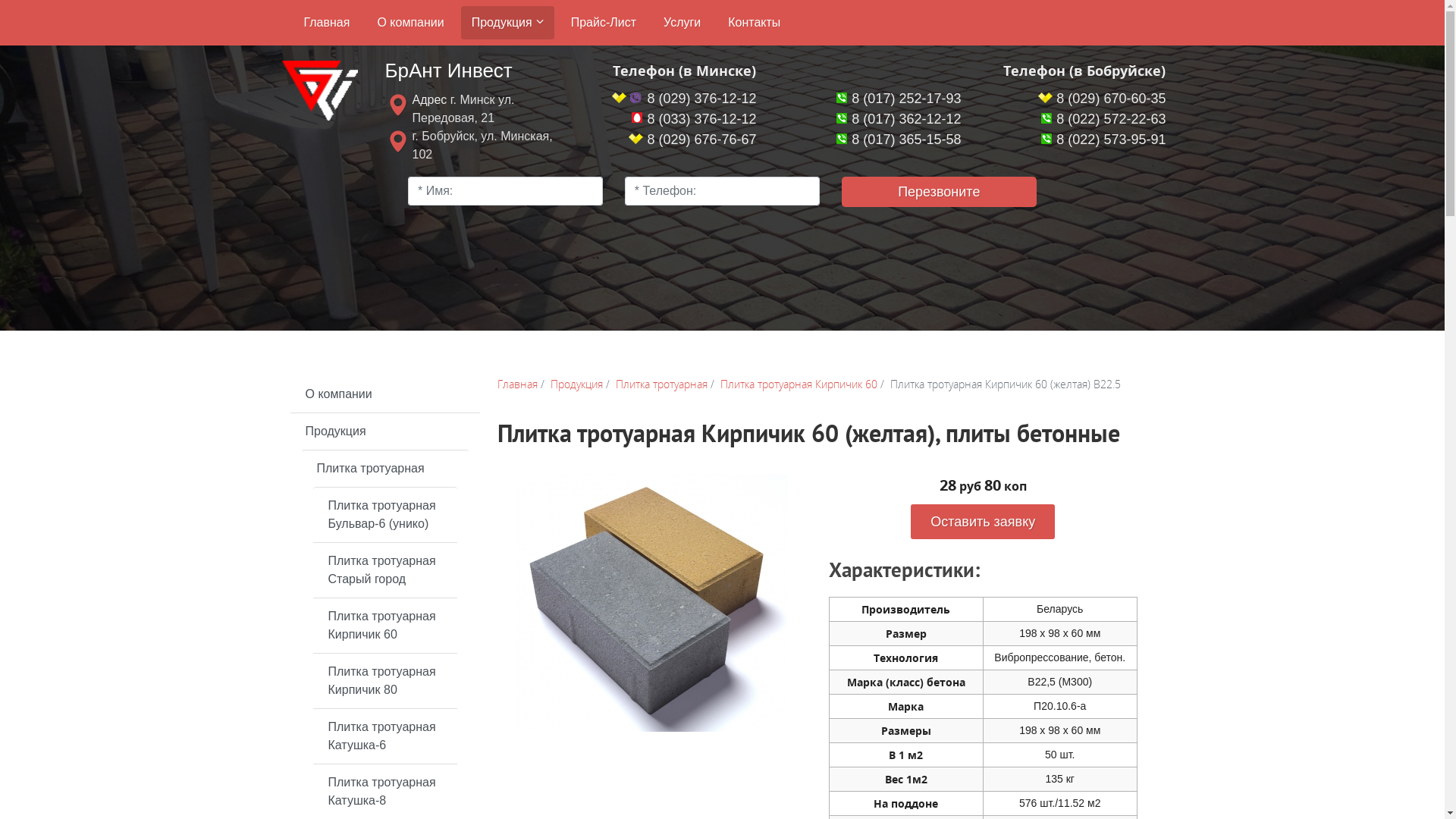 The width and height of the screenshot is (1456, 819). Describe the element at coordinates (899, 99) in the screenshot. I see `'8 (017) 252-17-93'` at that location.